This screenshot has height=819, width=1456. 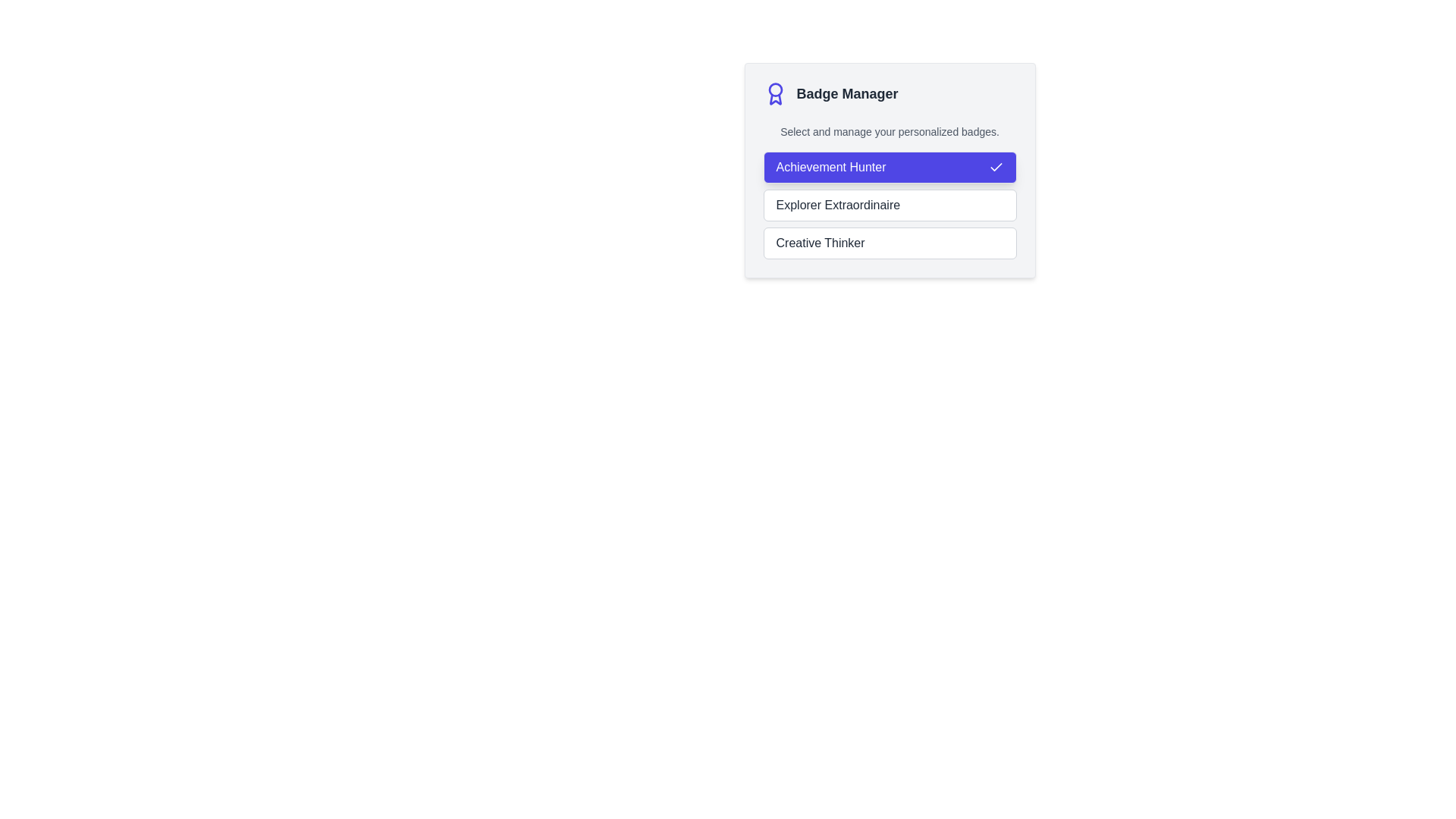 What do you see at coordinates (830, 167) in the screenshot?
I see `the text label located inside the upper section of the rectangular purple button, which represents one of the selectable badge options in the interface` at bounding box center [830, 167].